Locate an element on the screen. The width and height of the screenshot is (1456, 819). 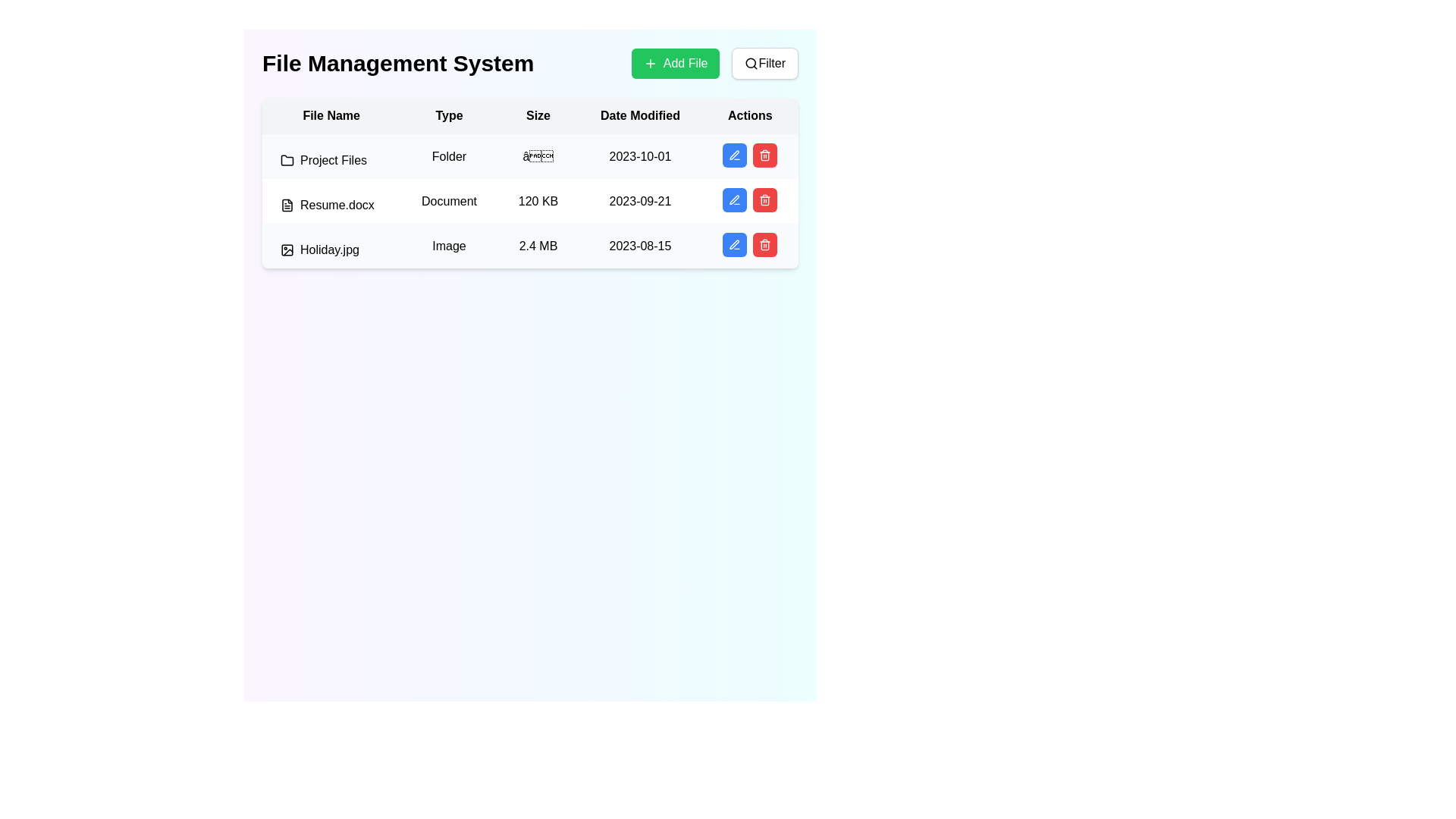
the delete button in the 'Actions' column of the last row in the table is located at coordinates (765, 244).